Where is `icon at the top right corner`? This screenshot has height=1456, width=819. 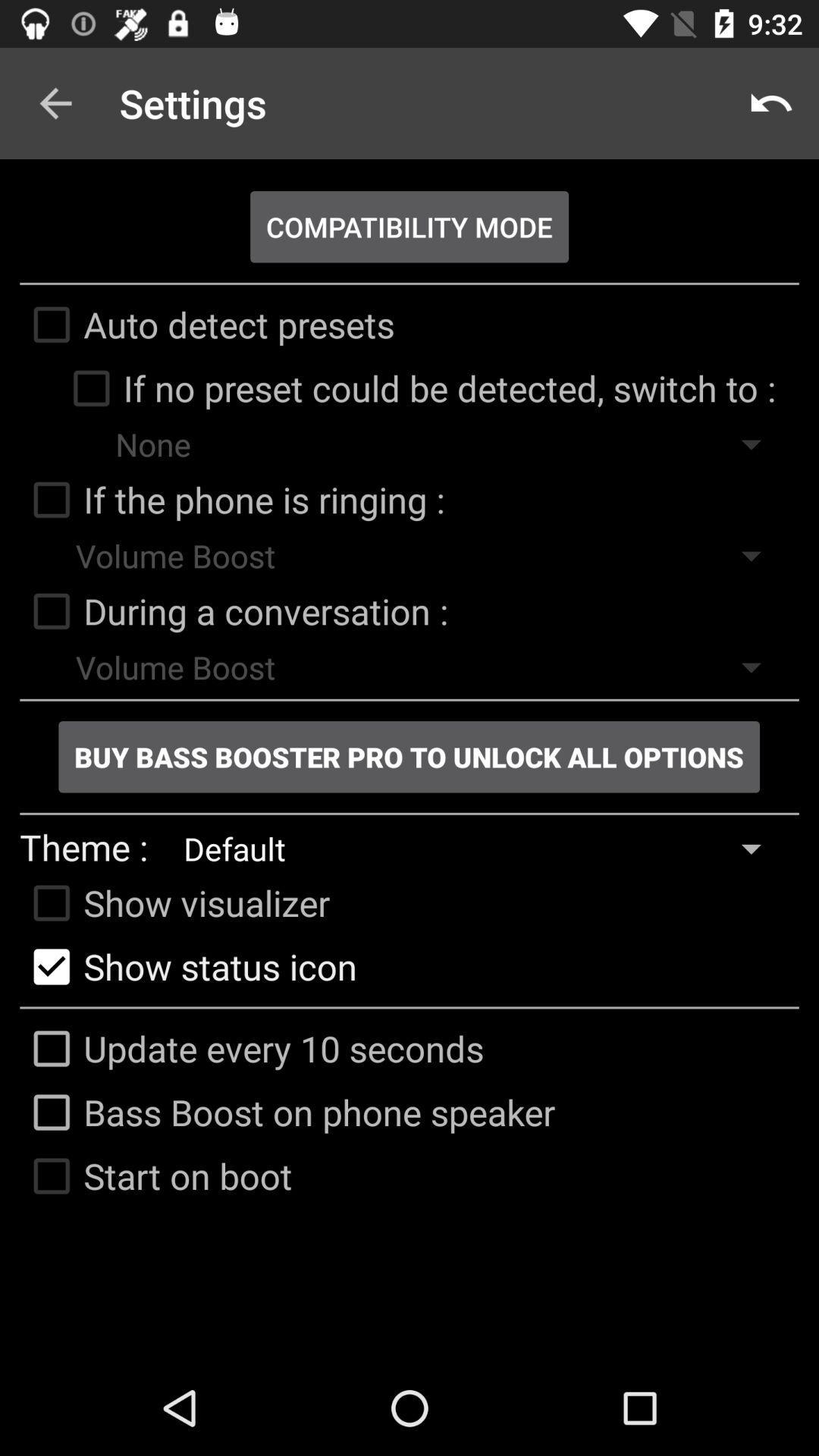 icon at the top right corner is located at coordinates (771, 102).